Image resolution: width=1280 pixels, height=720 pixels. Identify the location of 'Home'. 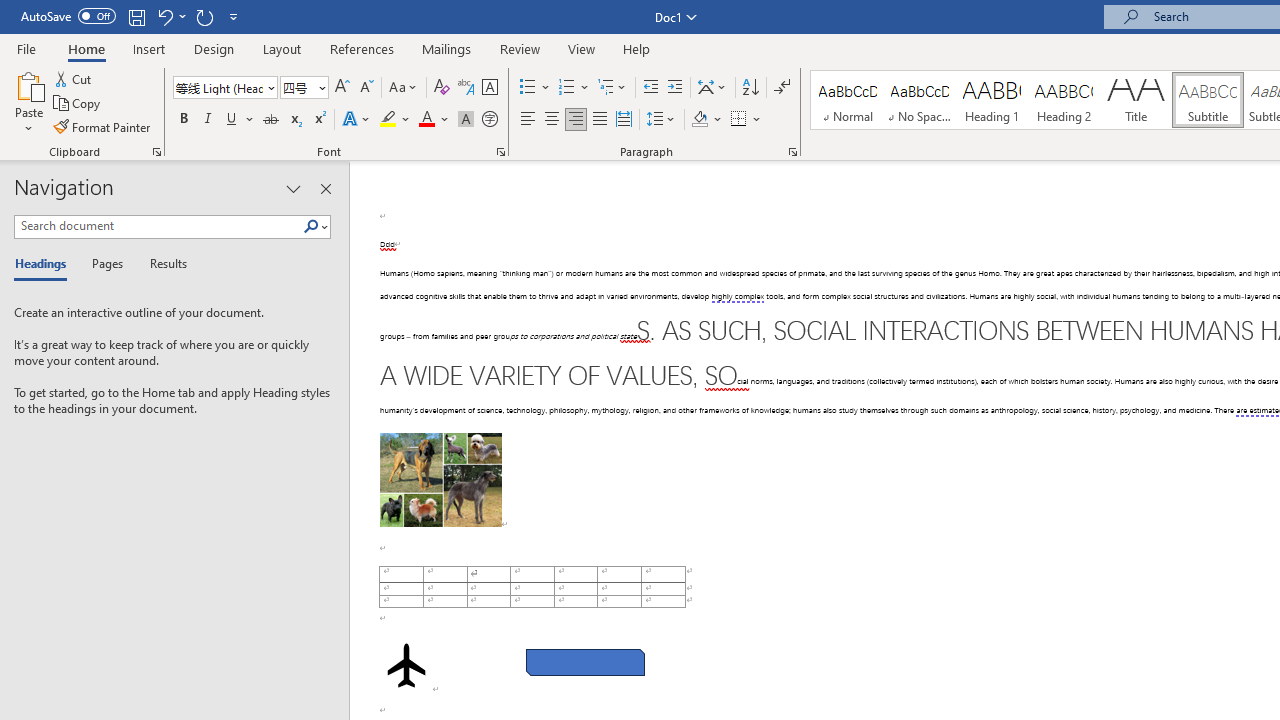
(85, 48).